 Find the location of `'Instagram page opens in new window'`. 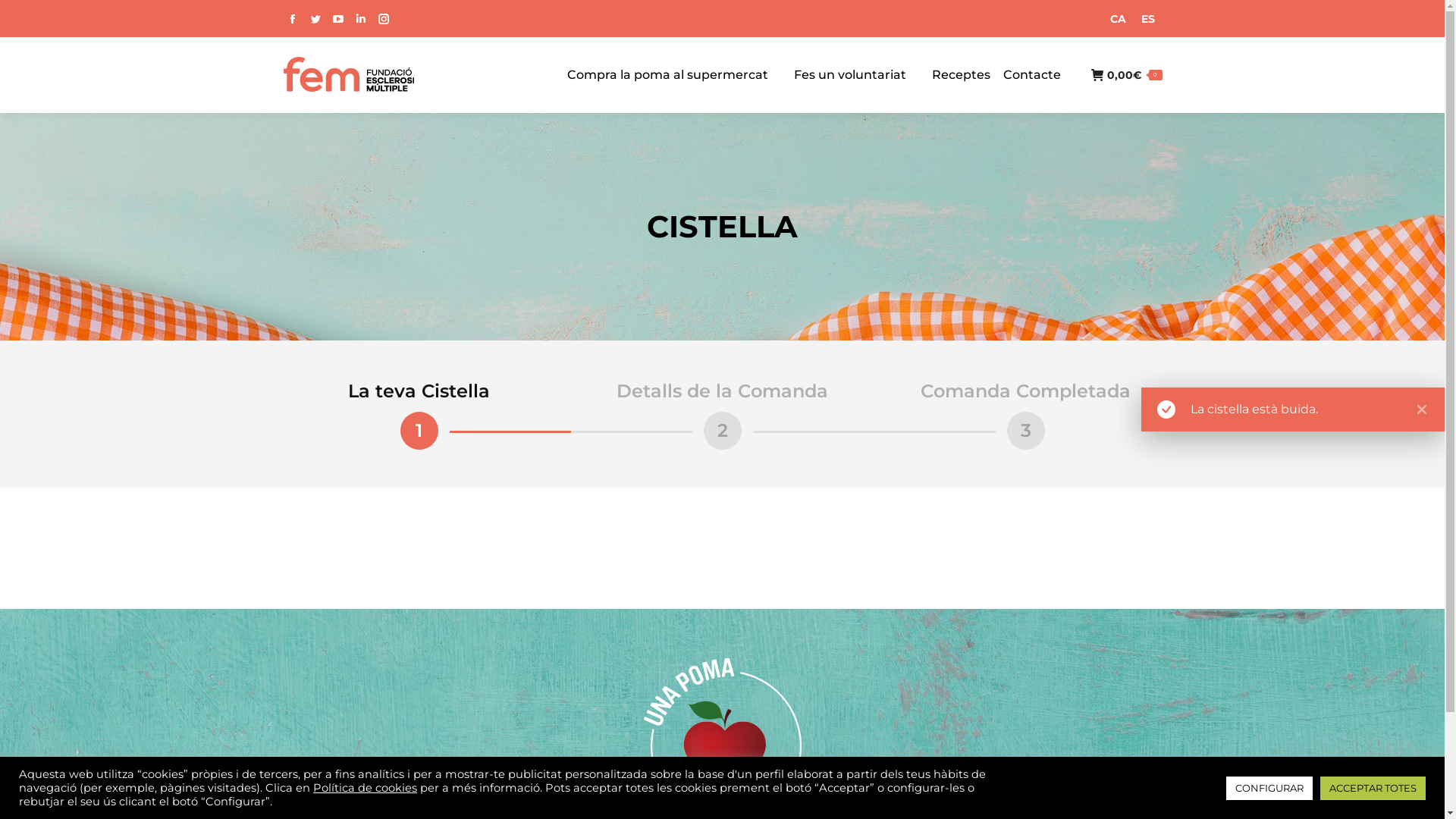

'Instagram page opens in new window' is located at coordinates (382, 18).